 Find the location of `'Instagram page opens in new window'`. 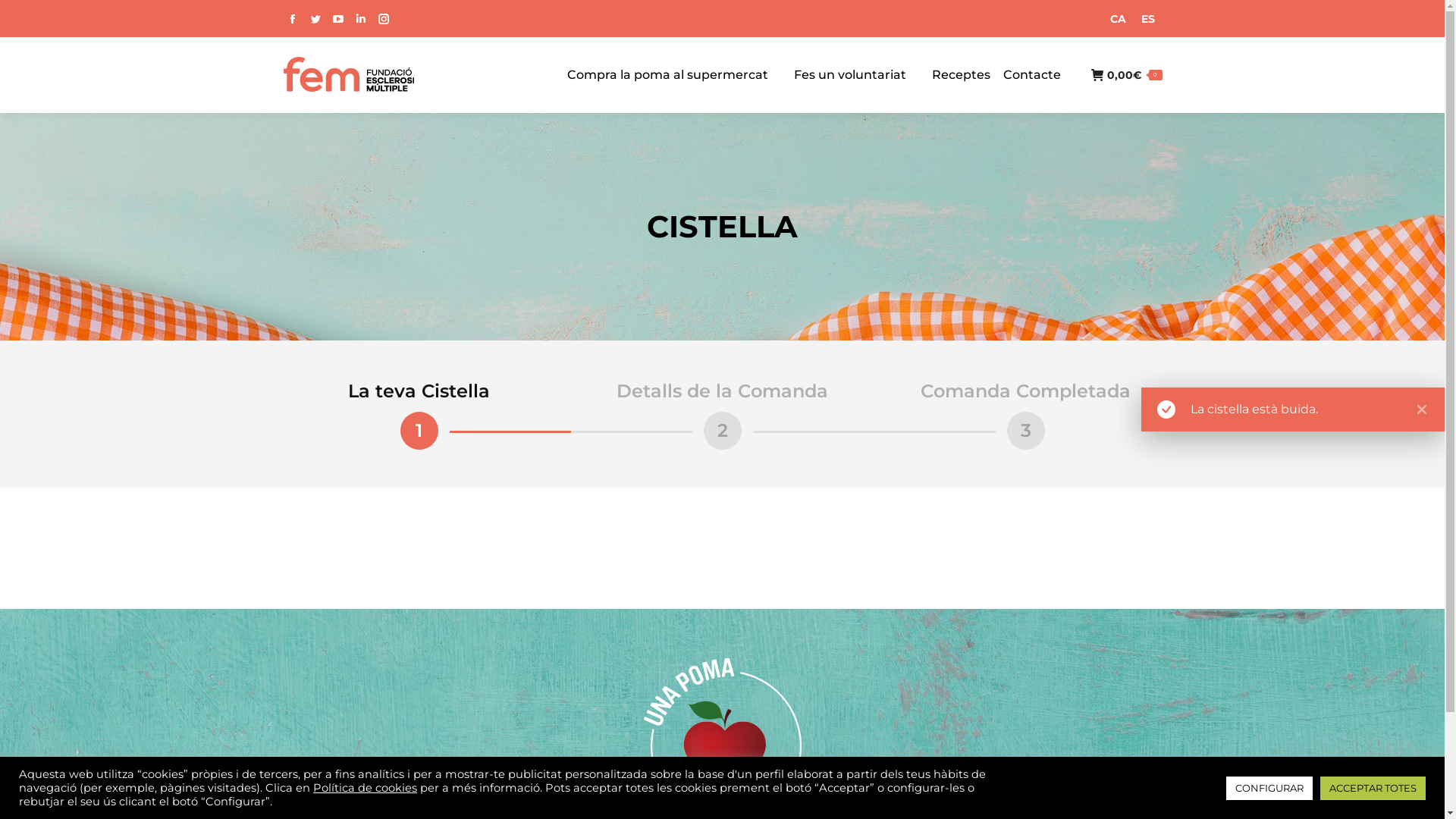

'Instagram page opens in new window' is located at coordinates (382, 18).